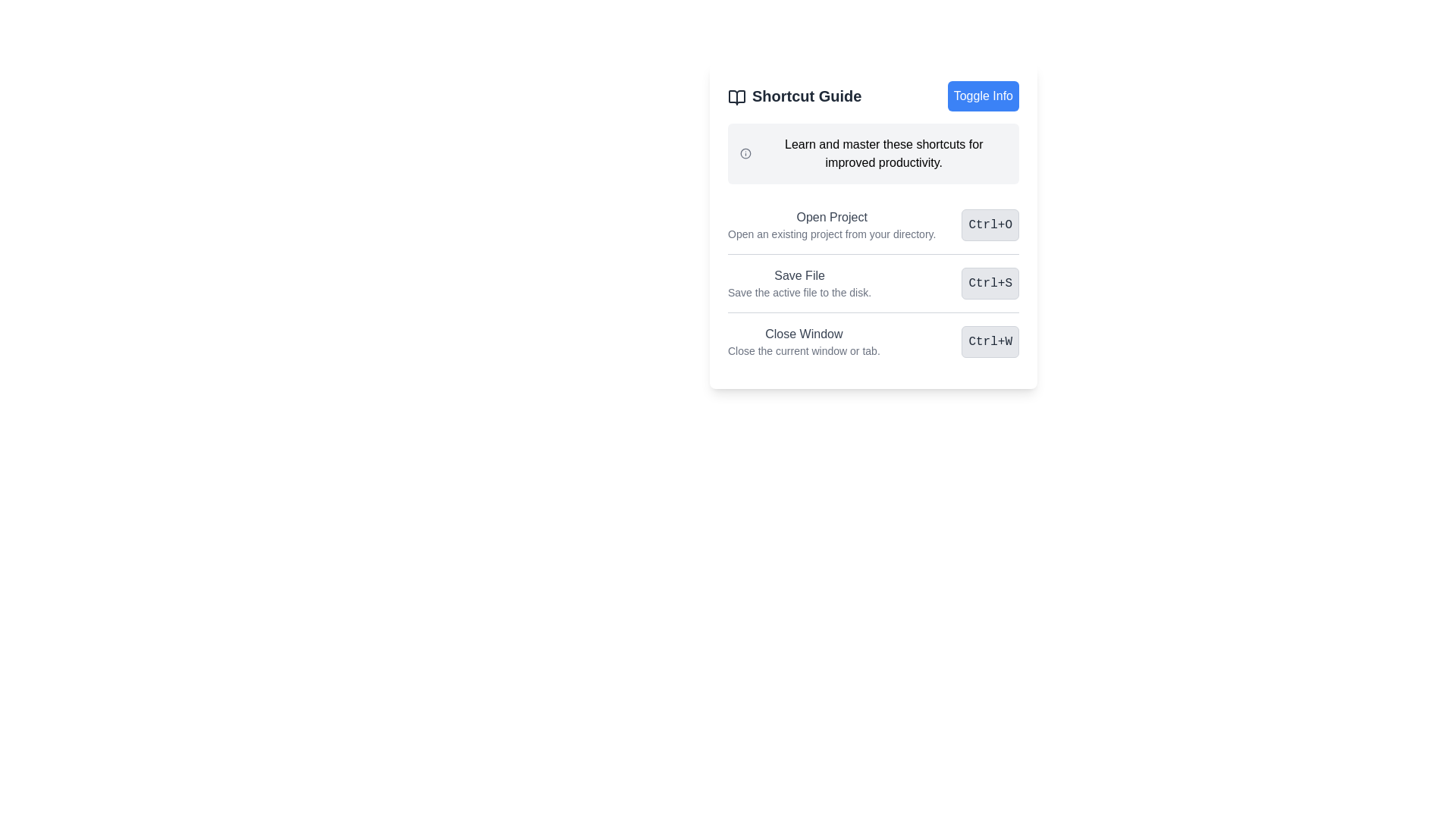 The image size is (1456, 819). What do you see at coordinates (803, 342) in the screenshot?
I see `the informational text that provides details about the keyboard shortcut for closing the current window or tab, located in the bottom section of the 'Shortcut Guide' sidebar interface, specifically the third item in the list` at bounding box center [803, 342].